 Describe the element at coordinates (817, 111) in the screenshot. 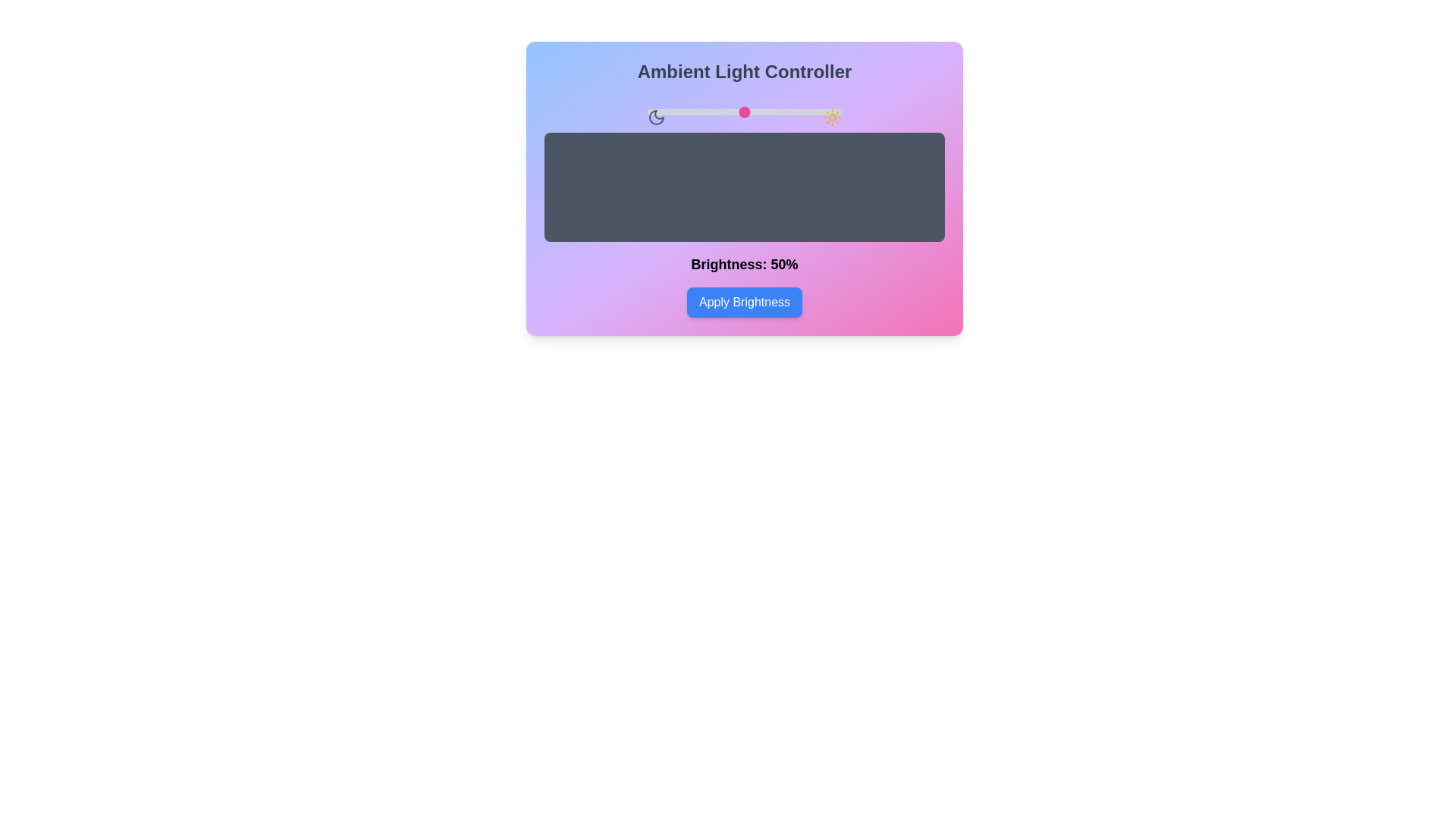

I see `the brightness slider to 88% to observe the change in the preview area` at that location.